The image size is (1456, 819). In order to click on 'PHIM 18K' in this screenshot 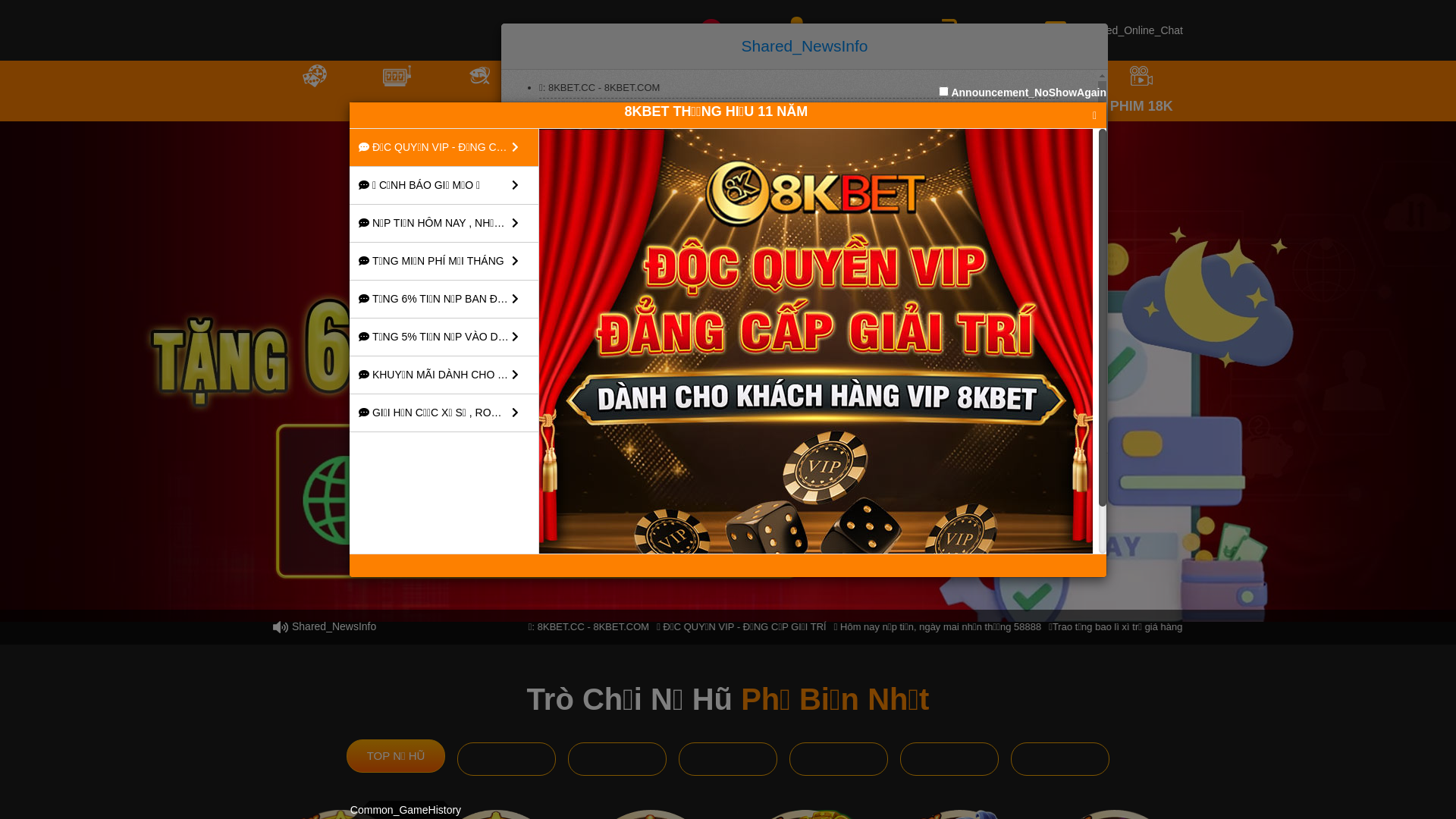, I will do `click(1141, 90)`.